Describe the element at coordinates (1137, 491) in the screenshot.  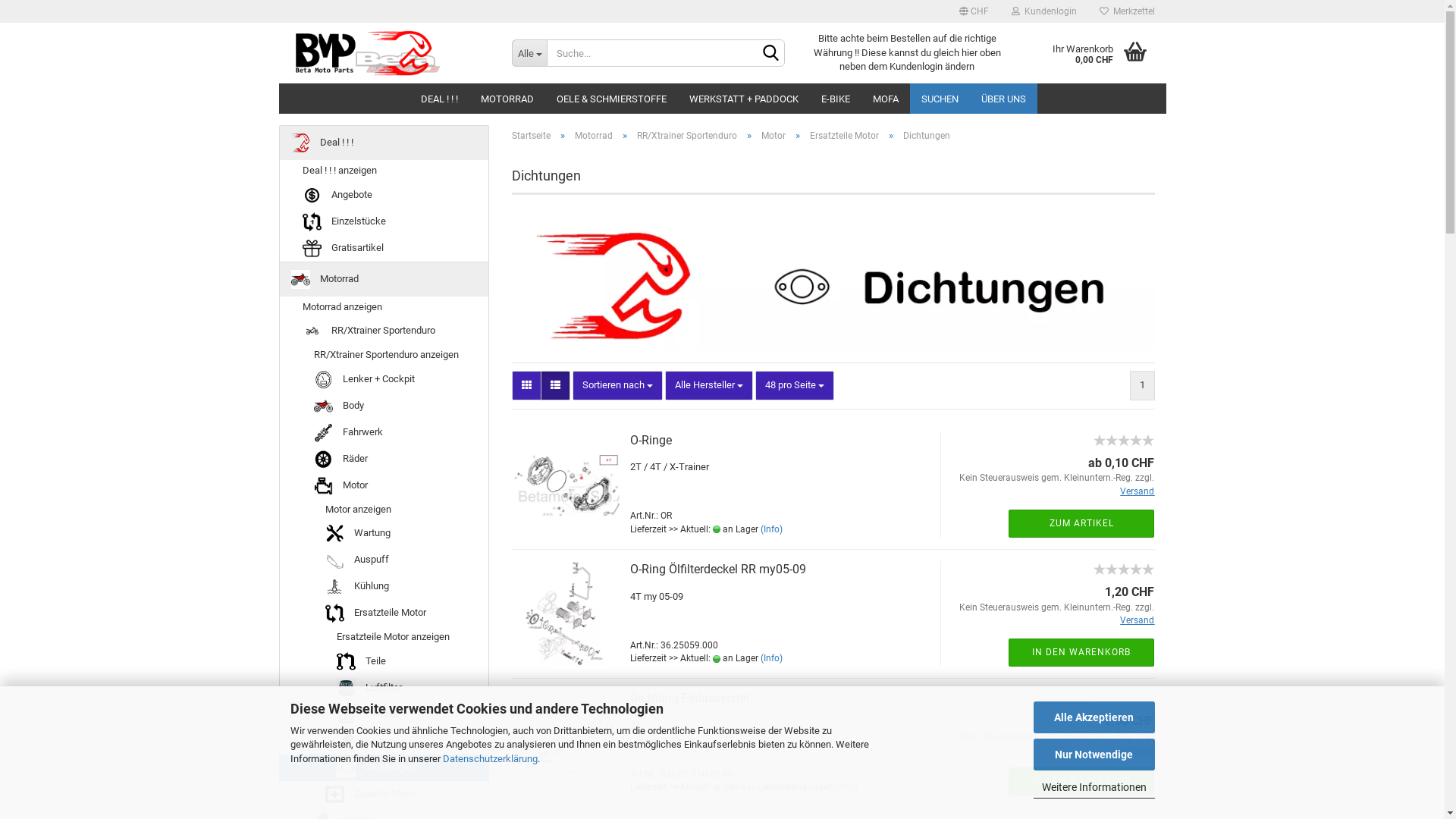
I see `'Versand'` at that location.